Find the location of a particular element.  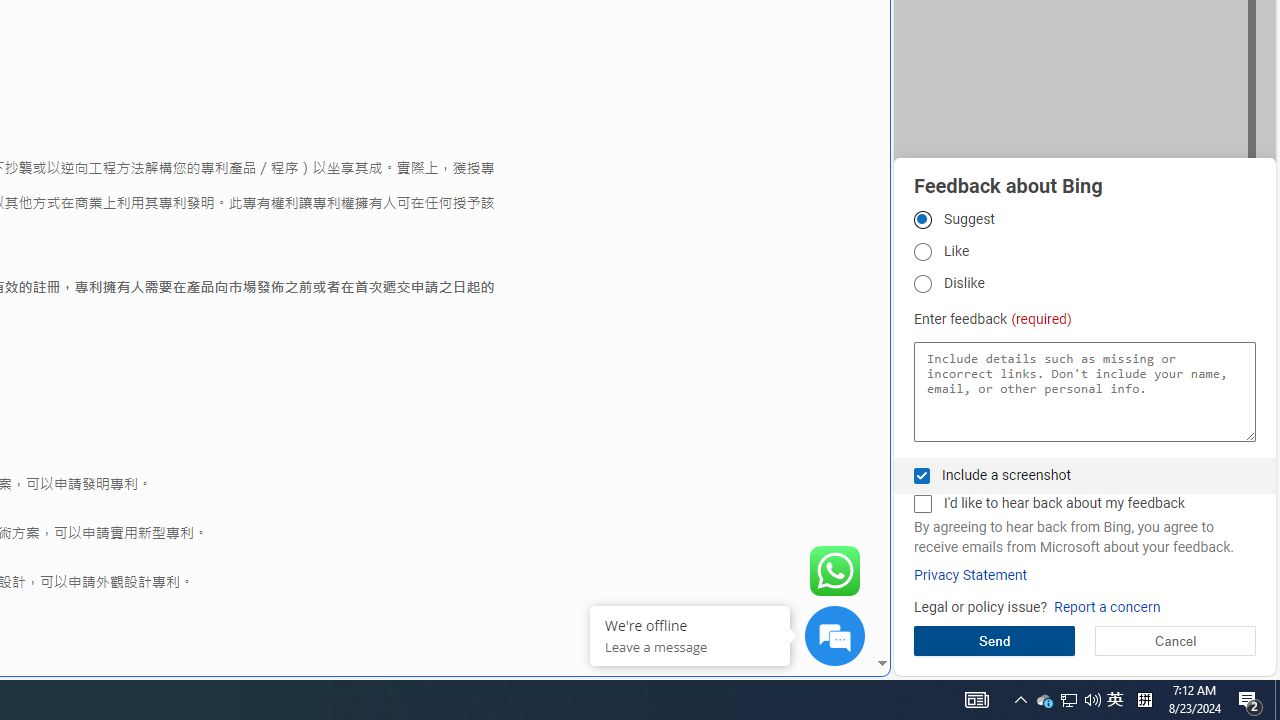

'Report a concern' is located at coordinates (1106, 606).